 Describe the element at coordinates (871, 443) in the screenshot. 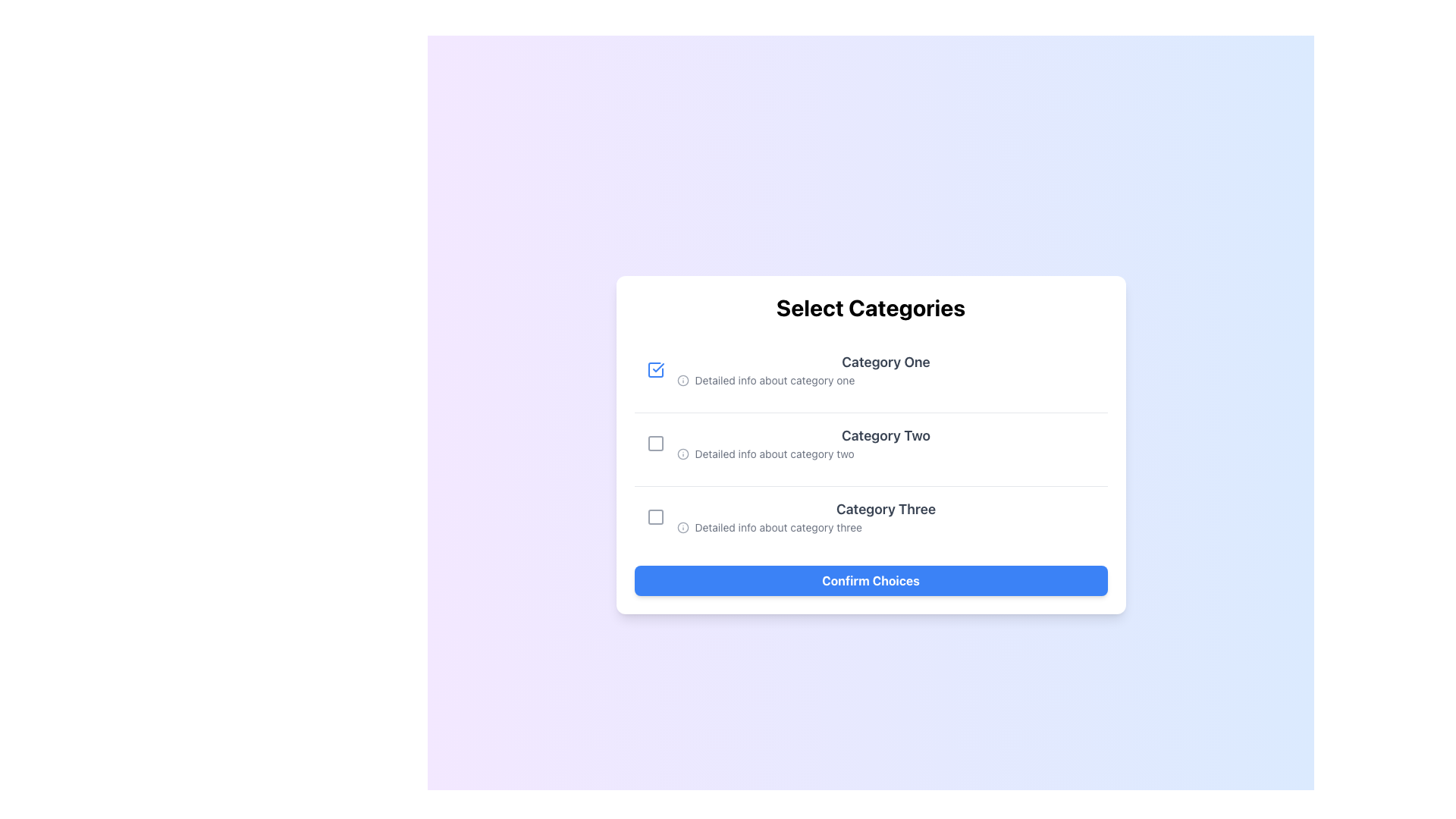

I see `description of the List item titled 'Category Two', which includes a checkbox and detailed info about category two` at that location.